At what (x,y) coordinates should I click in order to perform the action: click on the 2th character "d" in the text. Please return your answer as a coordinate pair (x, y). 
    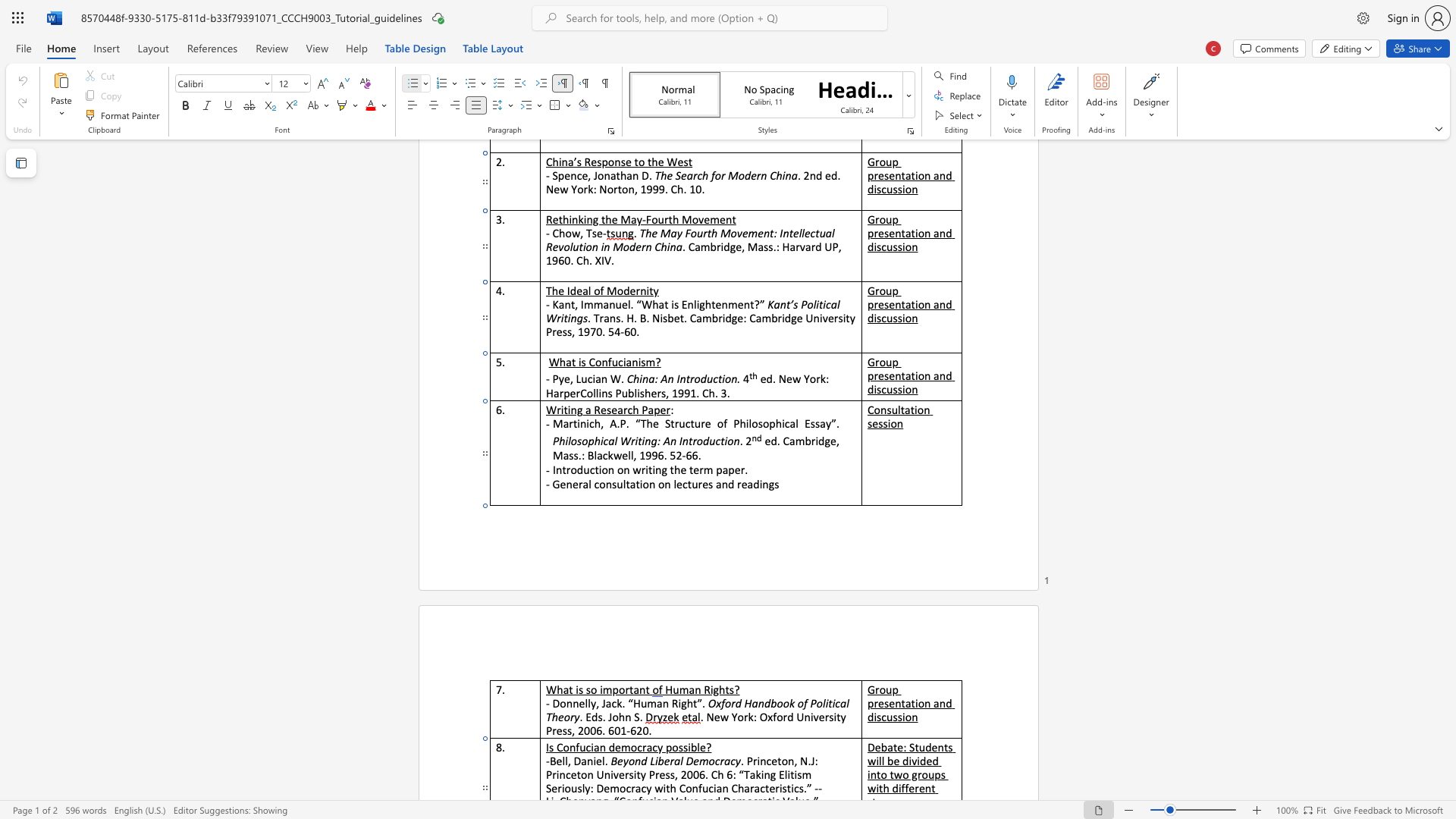
    Looking at the image, I should click on (756, 484).